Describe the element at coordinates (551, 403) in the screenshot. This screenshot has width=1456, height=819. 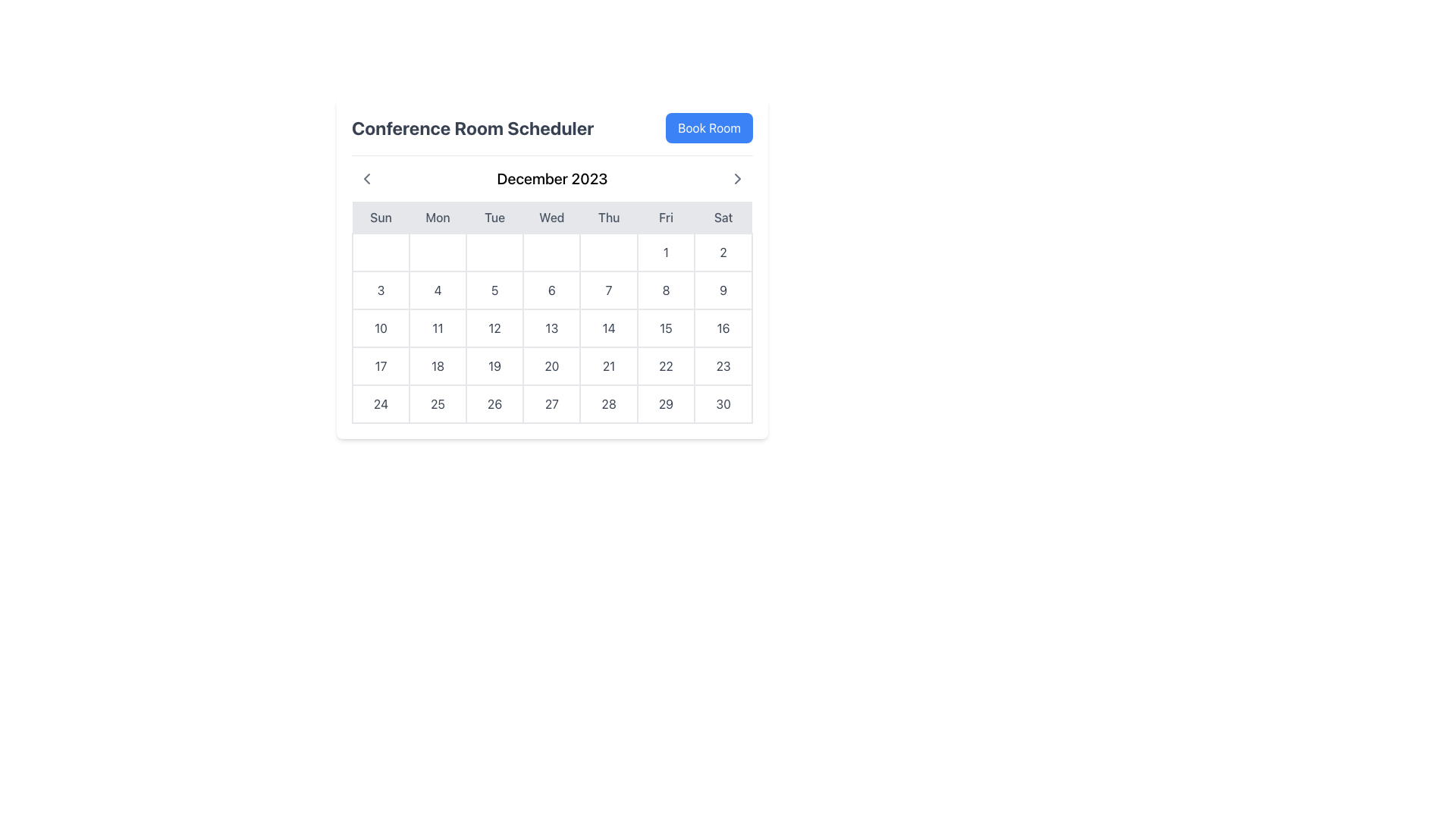
I see `the Calendar Date Box displaying the date 27th in December 2023, located centrally beneath the header 'Wed'` at that location.